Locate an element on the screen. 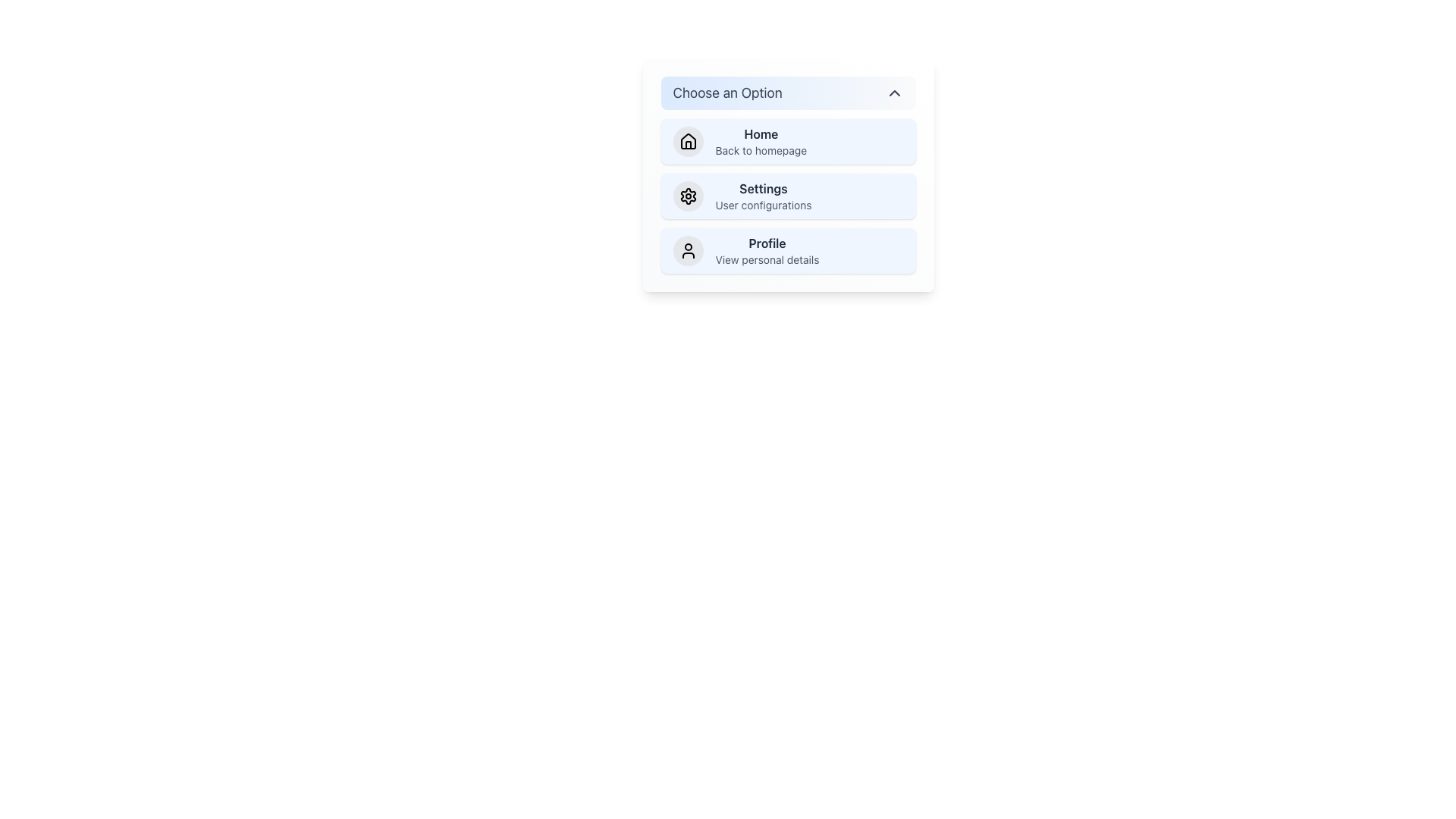 The image size is (1456, 819). text from the 'Choose an Option' label, which is a bold grayish-blue text located at the top center of the dropdown menu is located at coordinates (726, 93).